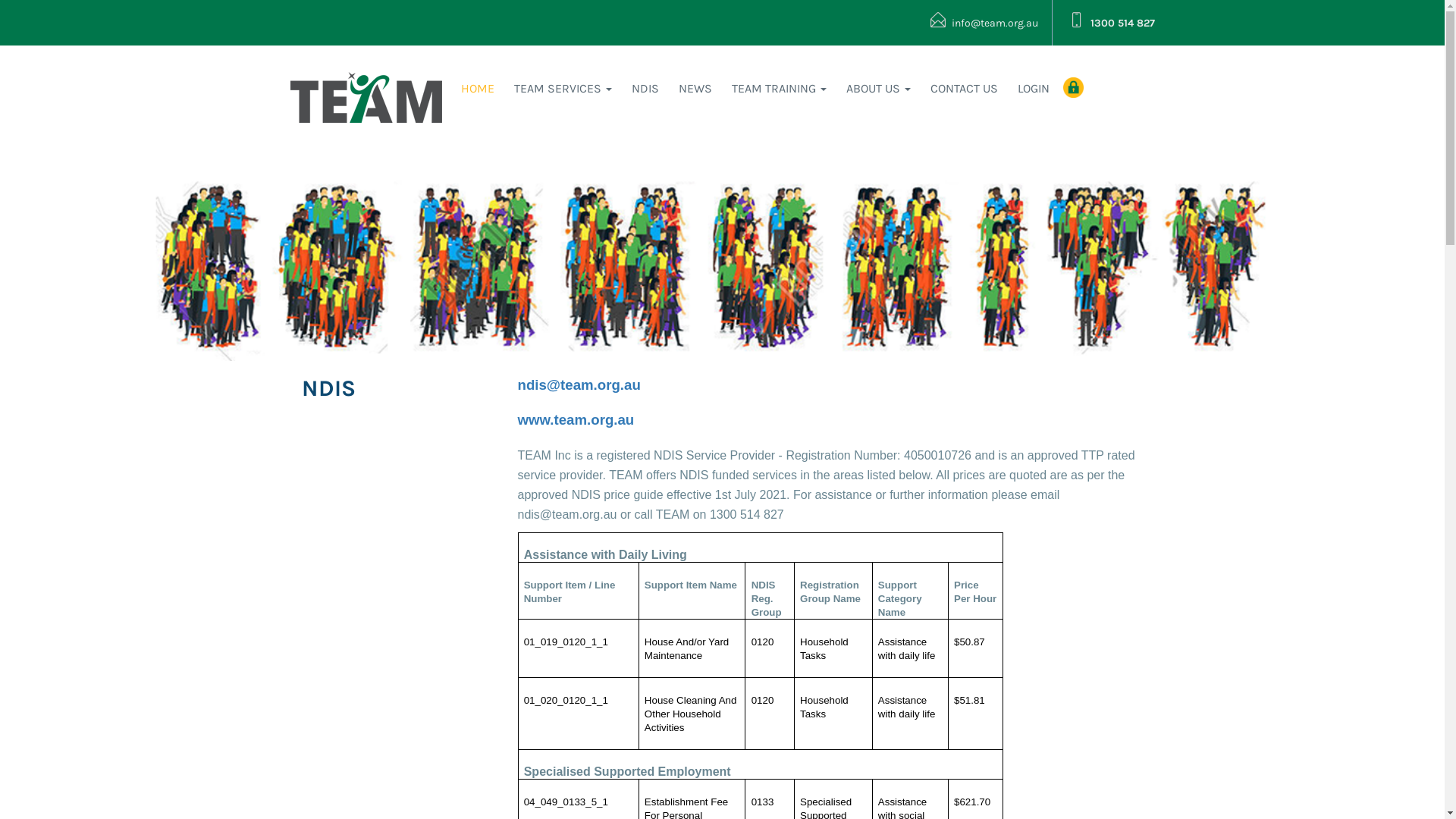 The width and height of the screenshot is (1456, 819). What do you see at coordinates (1072, 87) in the screenshot?
I see `'community login'` at bounding box center [1072, 87].